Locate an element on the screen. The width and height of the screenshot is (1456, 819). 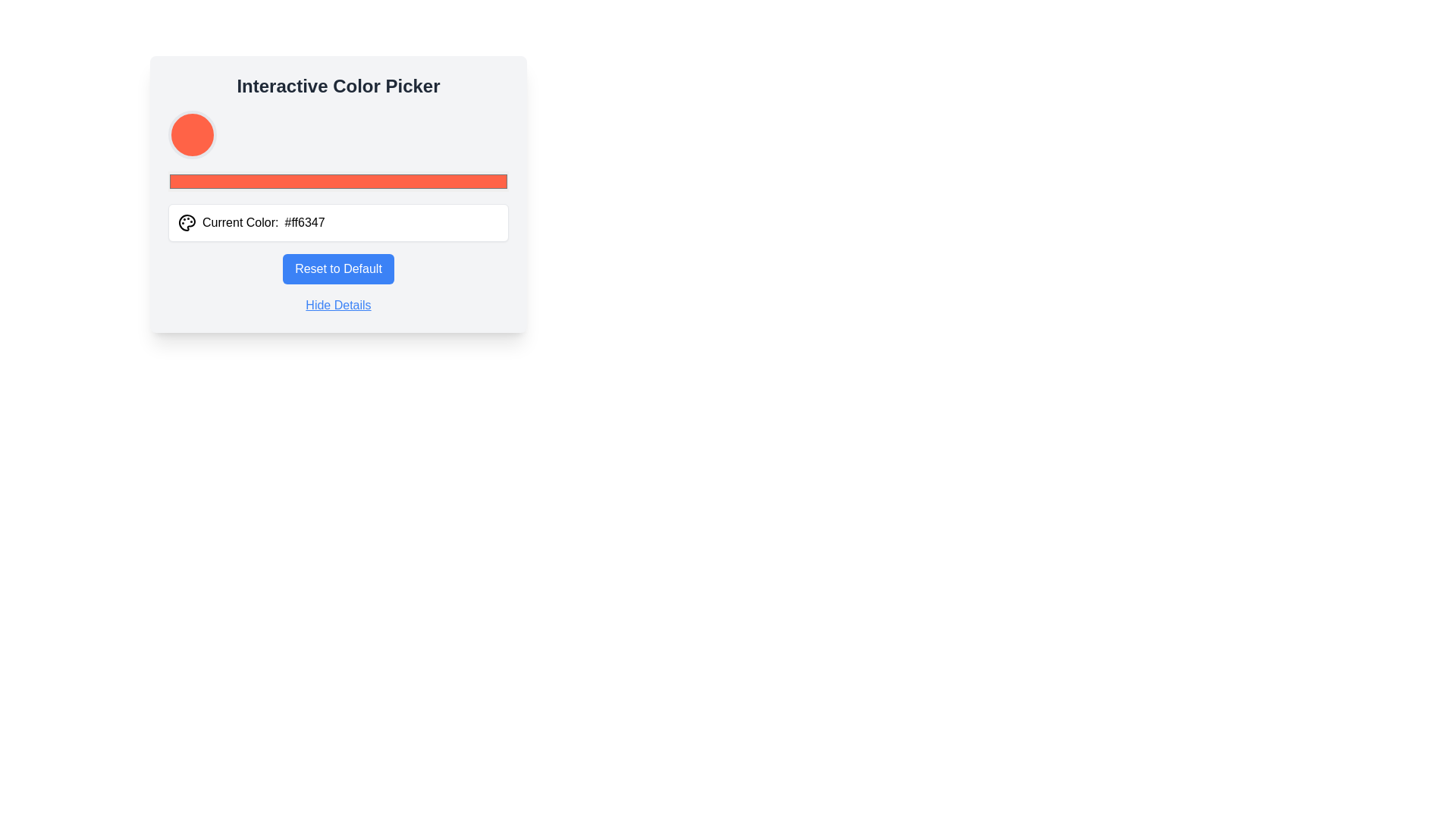
the slider value is located at coordinates (215, 180).